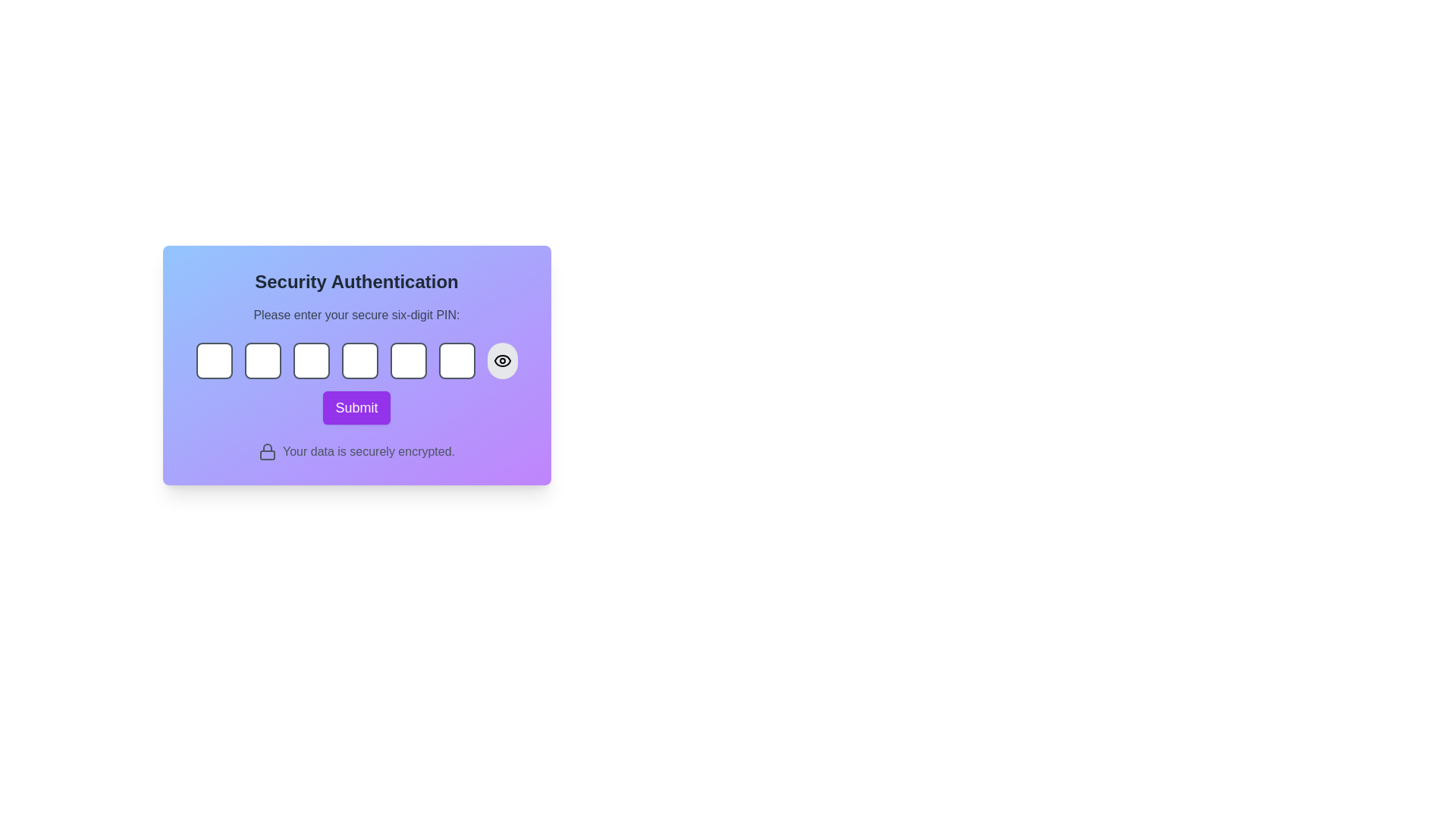 This screenshot has height=819, width=1456. Describe the element at coordinates (356, 366) in the screenshot. I see `the fourth PIN input box to focus for entering a digit of the six-digit PIN` at that location.